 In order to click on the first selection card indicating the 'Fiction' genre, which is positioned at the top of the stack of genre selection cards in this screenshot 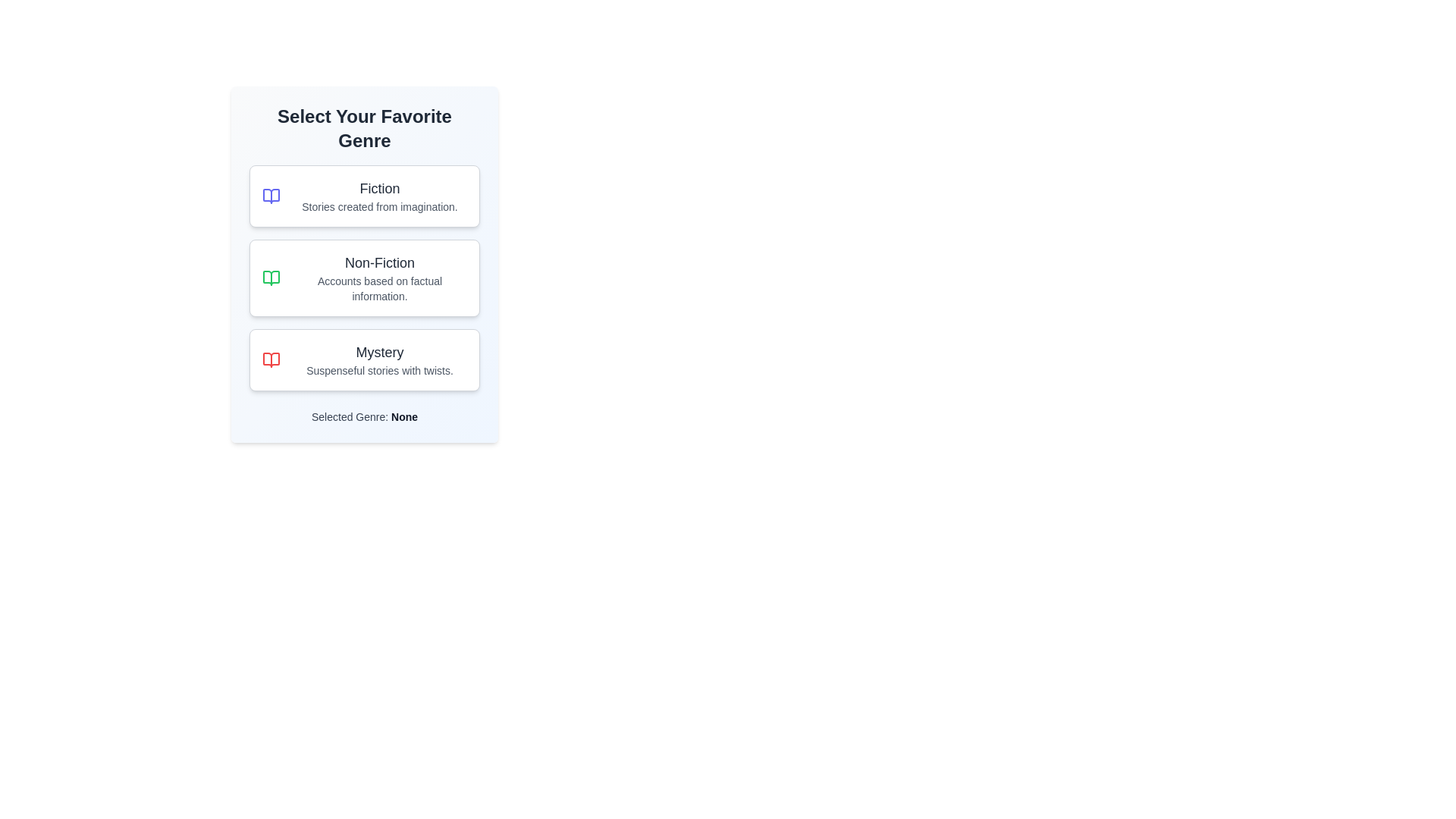, I will do `click(364, 195)`.